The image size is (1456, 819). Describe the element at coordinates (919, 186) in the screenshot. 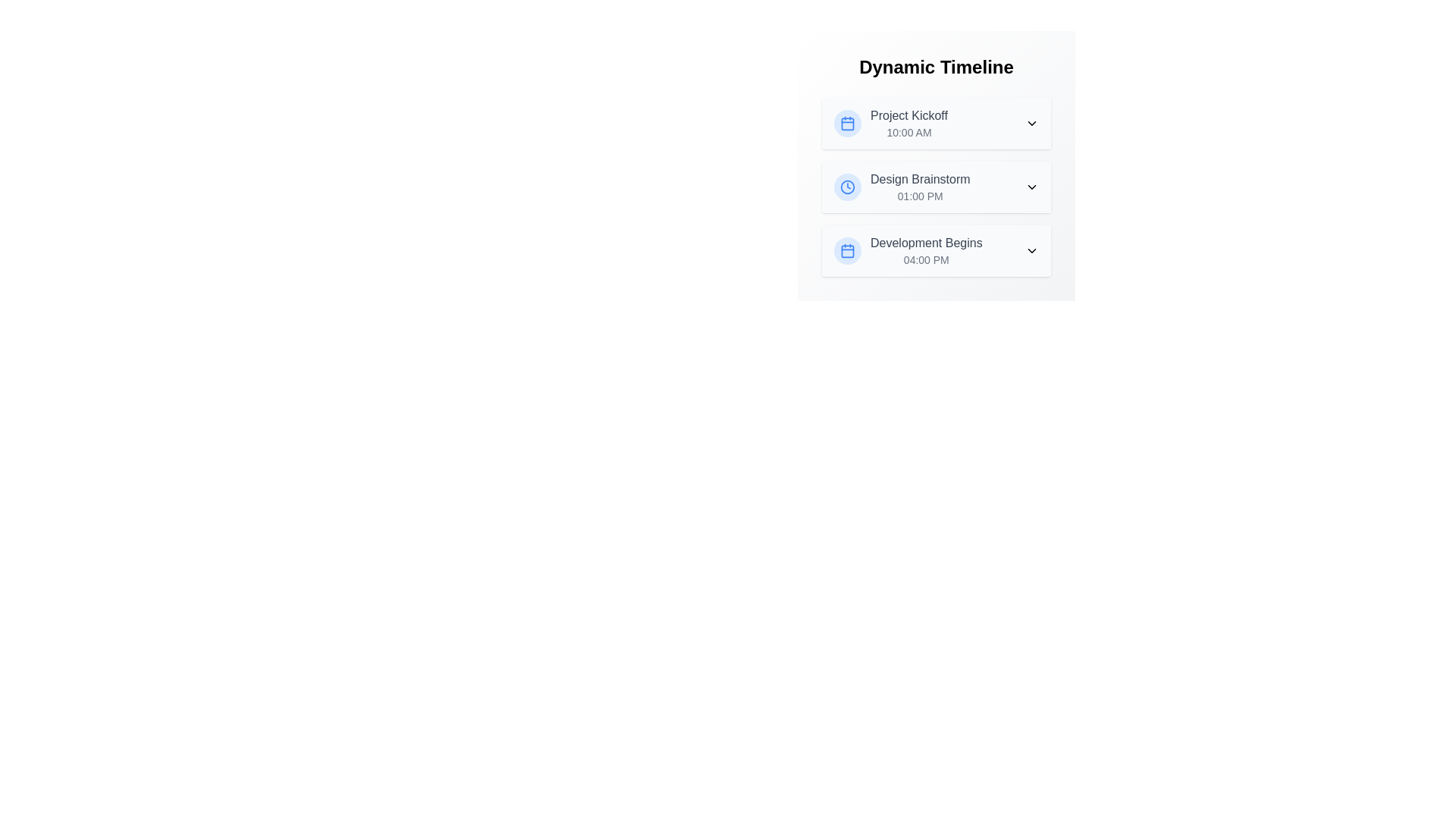

I see `the text label representing the event 'Design Brainstorm' in the timeline, which is positioned between 'Project Kickoff' and 'Development Begins'` at that location.